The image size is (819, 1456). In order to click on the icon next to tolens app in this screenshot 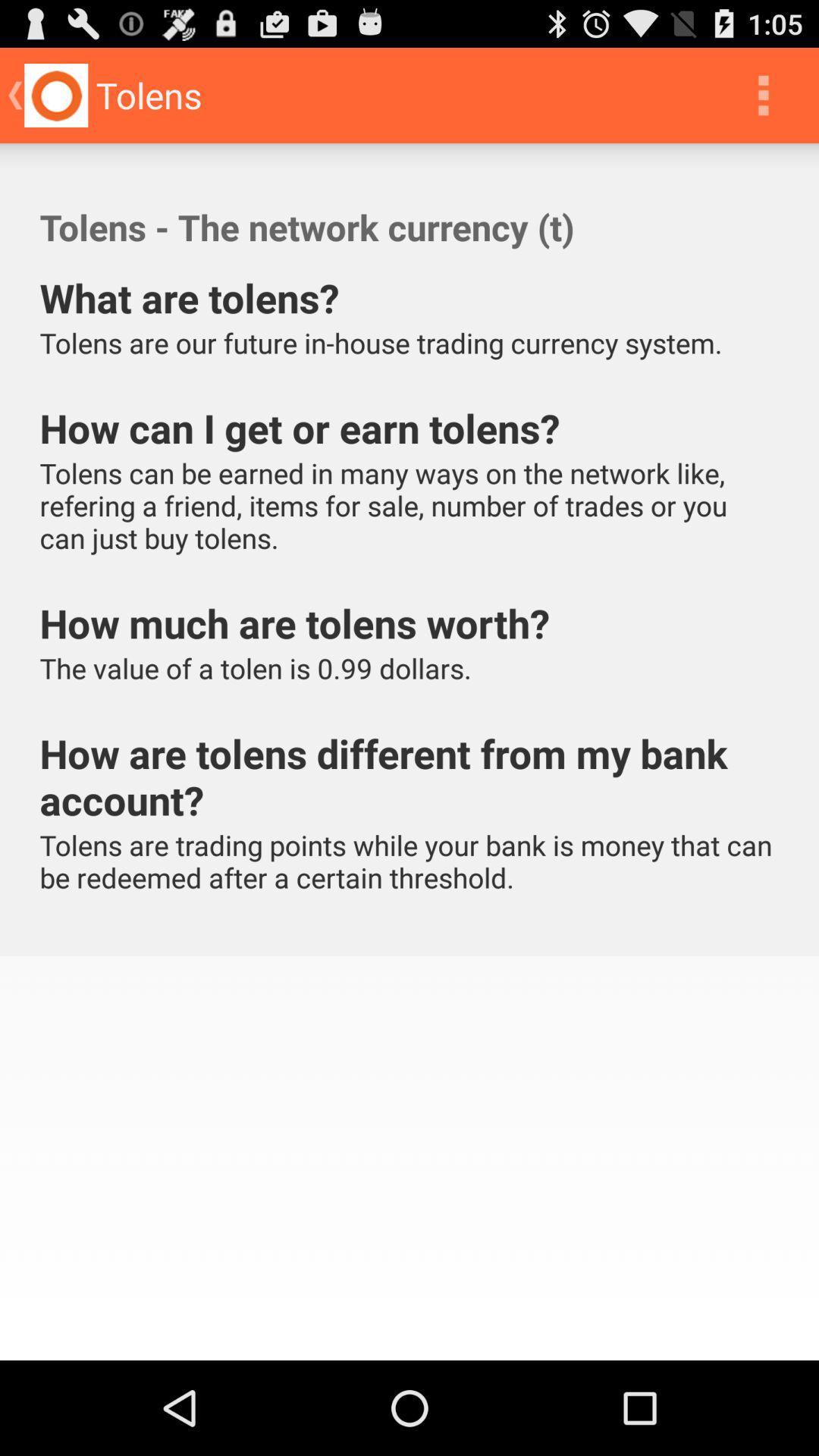, I will do `click(763, 94)`.